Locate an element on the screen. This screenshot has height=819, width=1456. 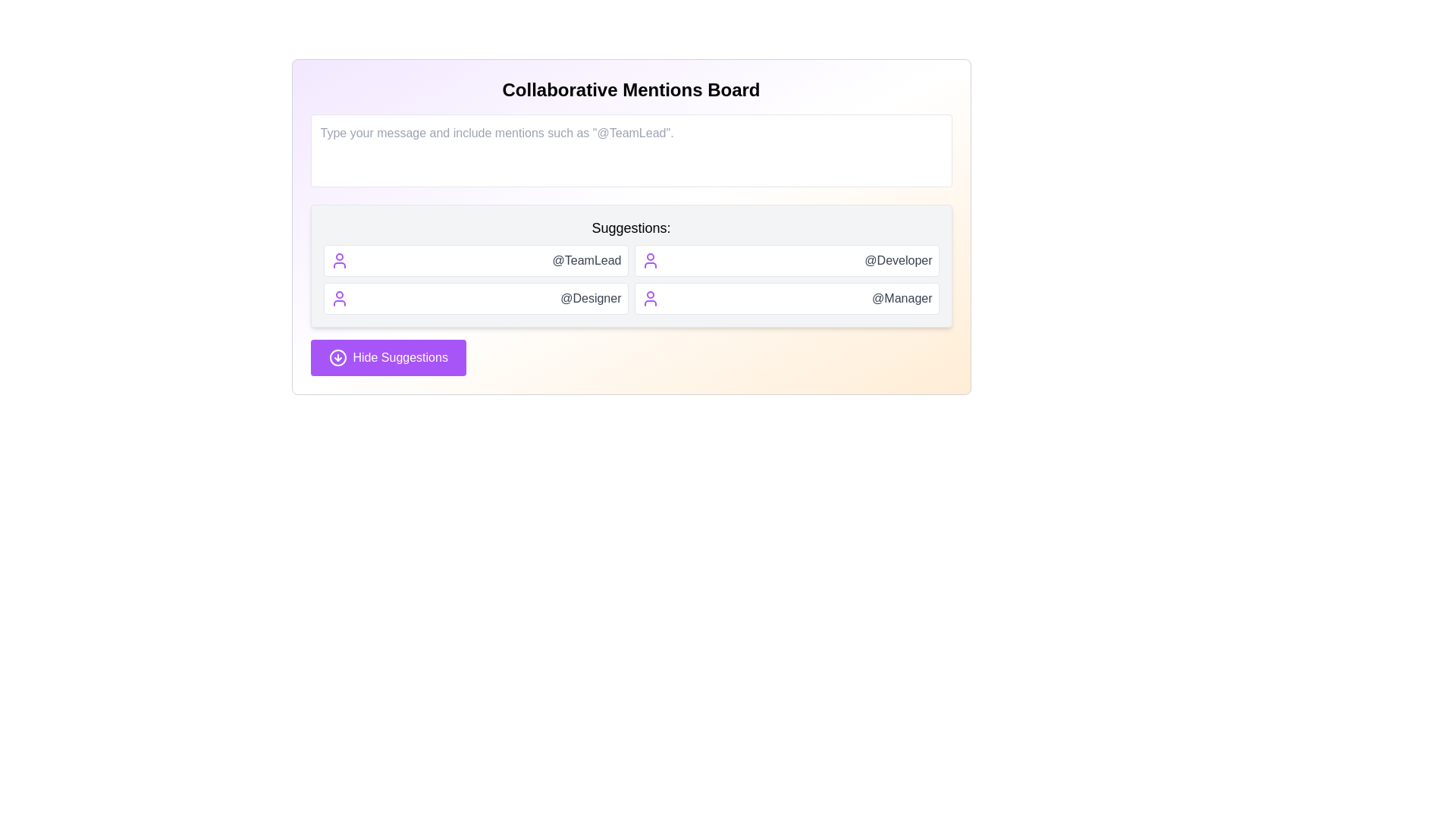
the decorative icon located within the suggestion control, positioned adjacent to the list of user suggestions below the text entry box is located at coordinates (337, 357).